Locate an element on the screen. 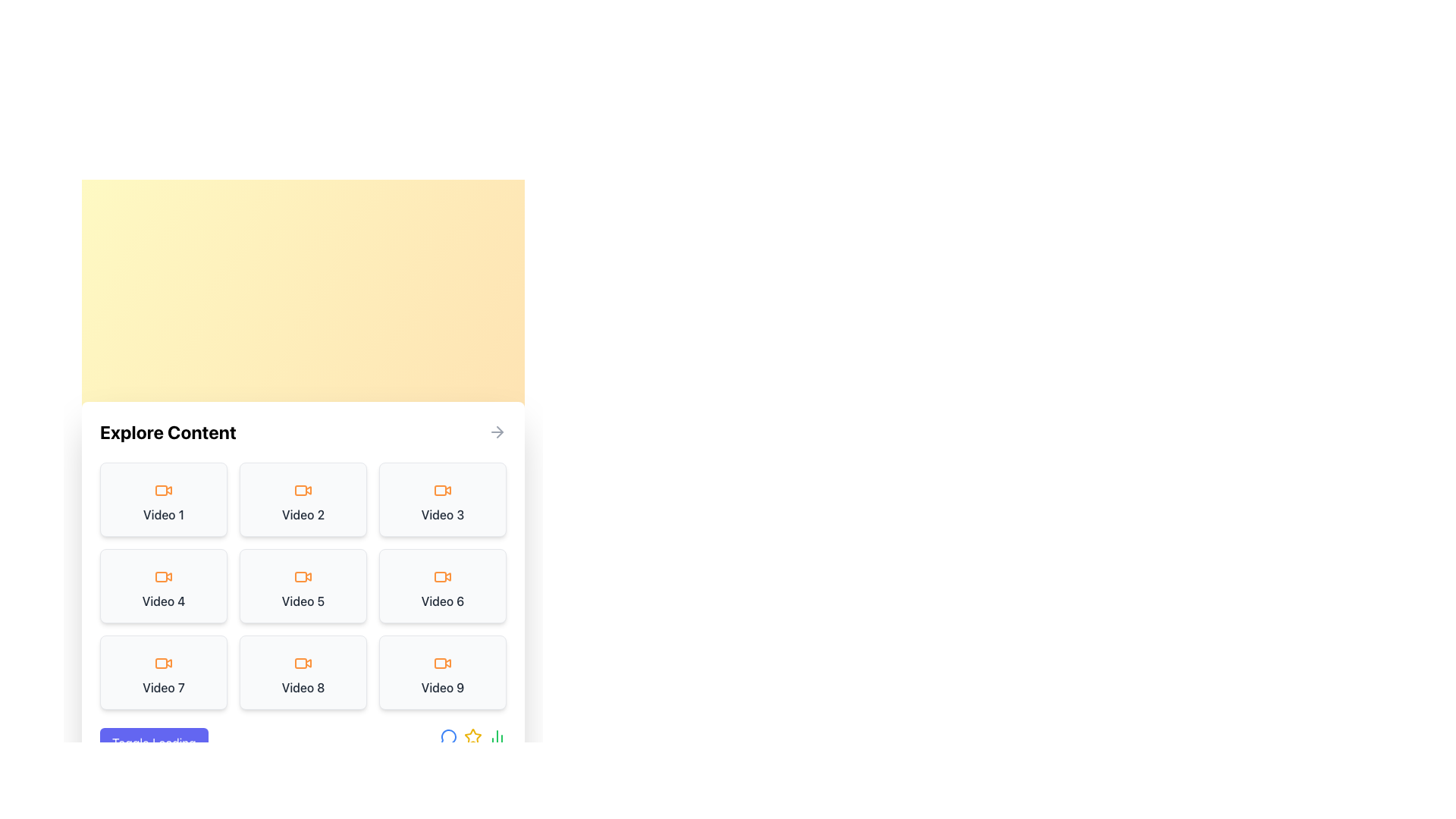  the triangular part of the video camera icon located under the card labeled 'Video 5' in the second row and second column of the grid layout is located at coordinates (308, 576).